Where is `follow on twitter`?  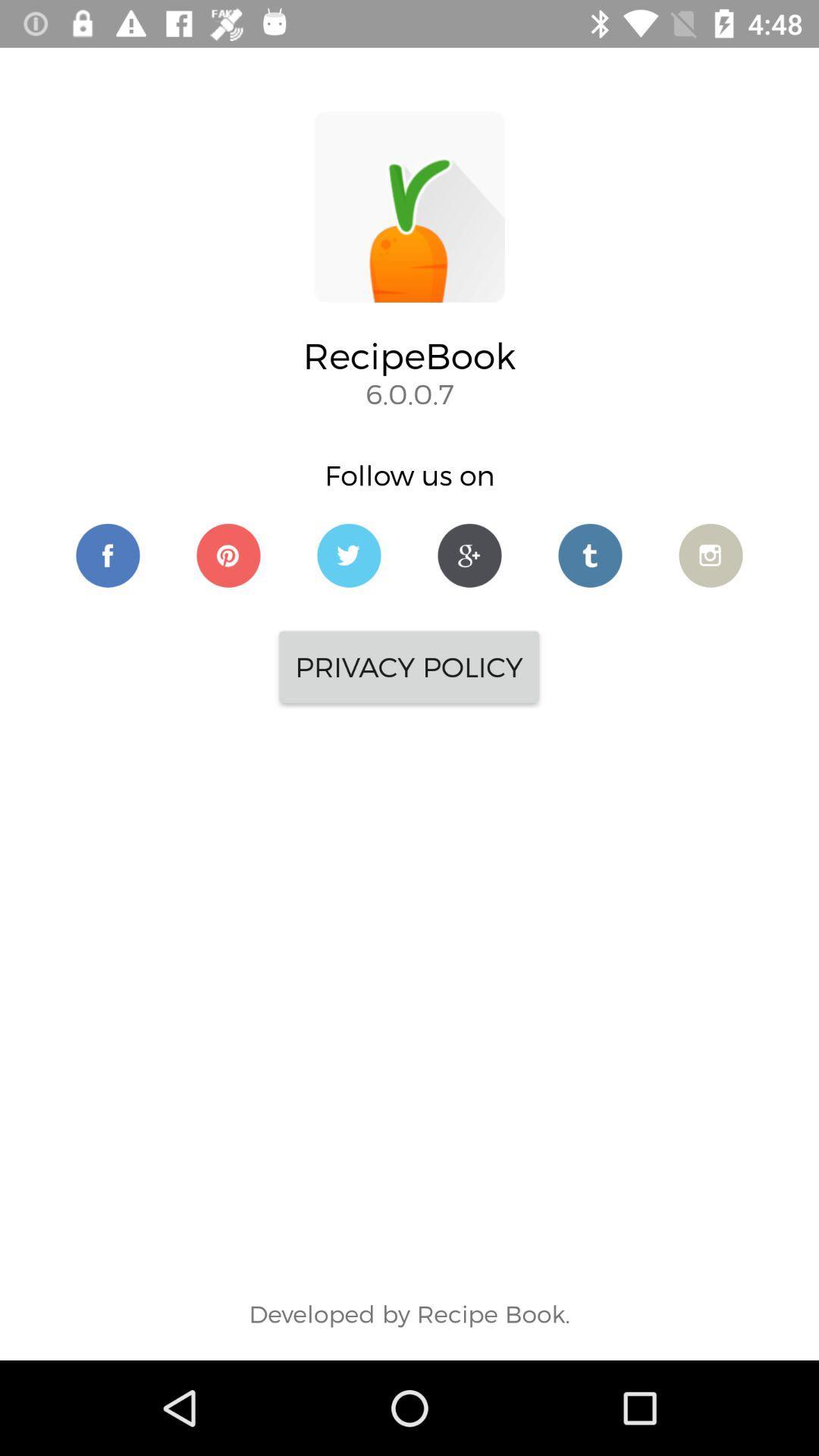
follow on twitter is located at coordinates (349, 554).